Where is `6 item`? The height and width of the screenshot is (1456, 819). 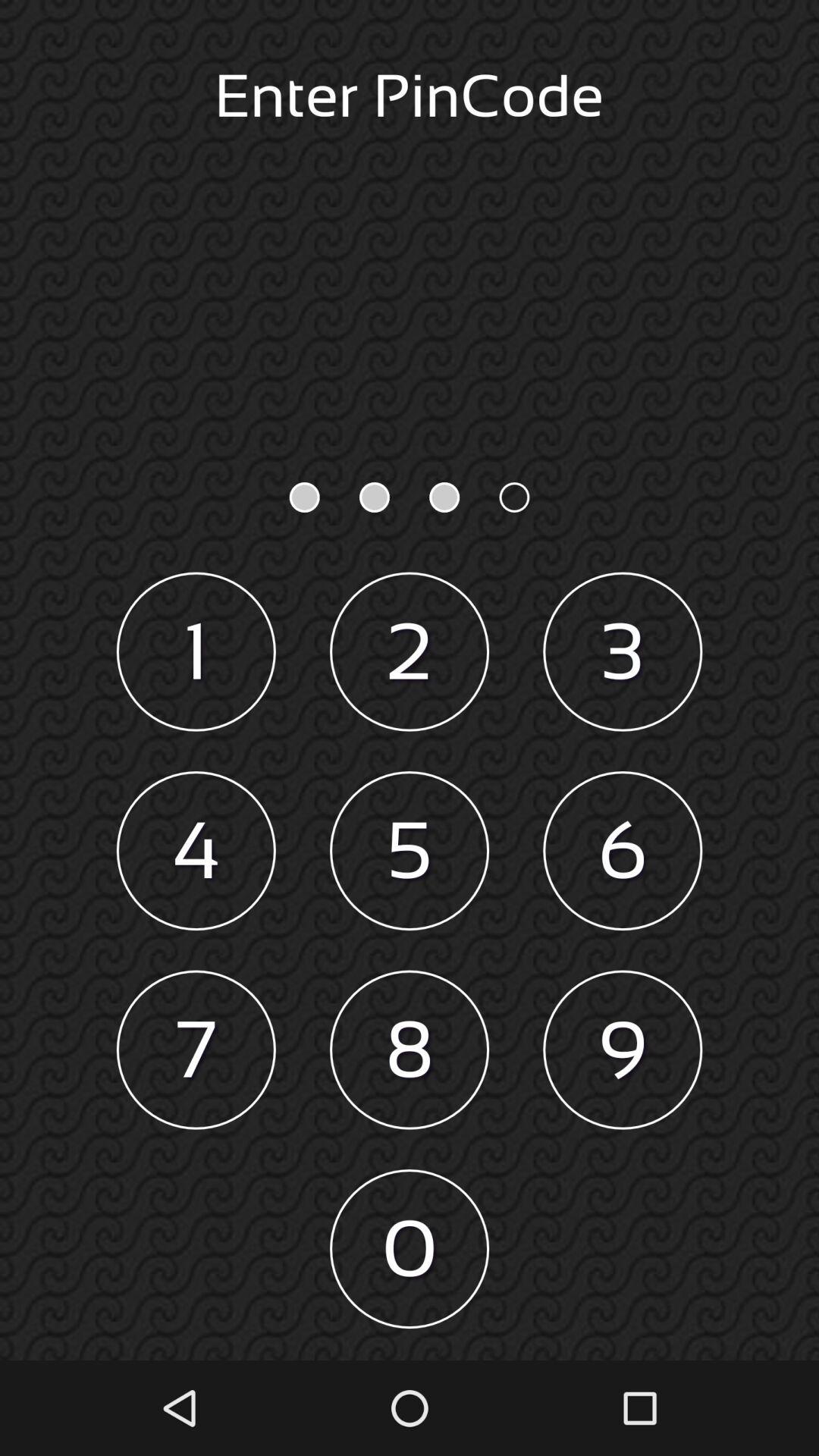
6 item is located at coordinates (623, 851).